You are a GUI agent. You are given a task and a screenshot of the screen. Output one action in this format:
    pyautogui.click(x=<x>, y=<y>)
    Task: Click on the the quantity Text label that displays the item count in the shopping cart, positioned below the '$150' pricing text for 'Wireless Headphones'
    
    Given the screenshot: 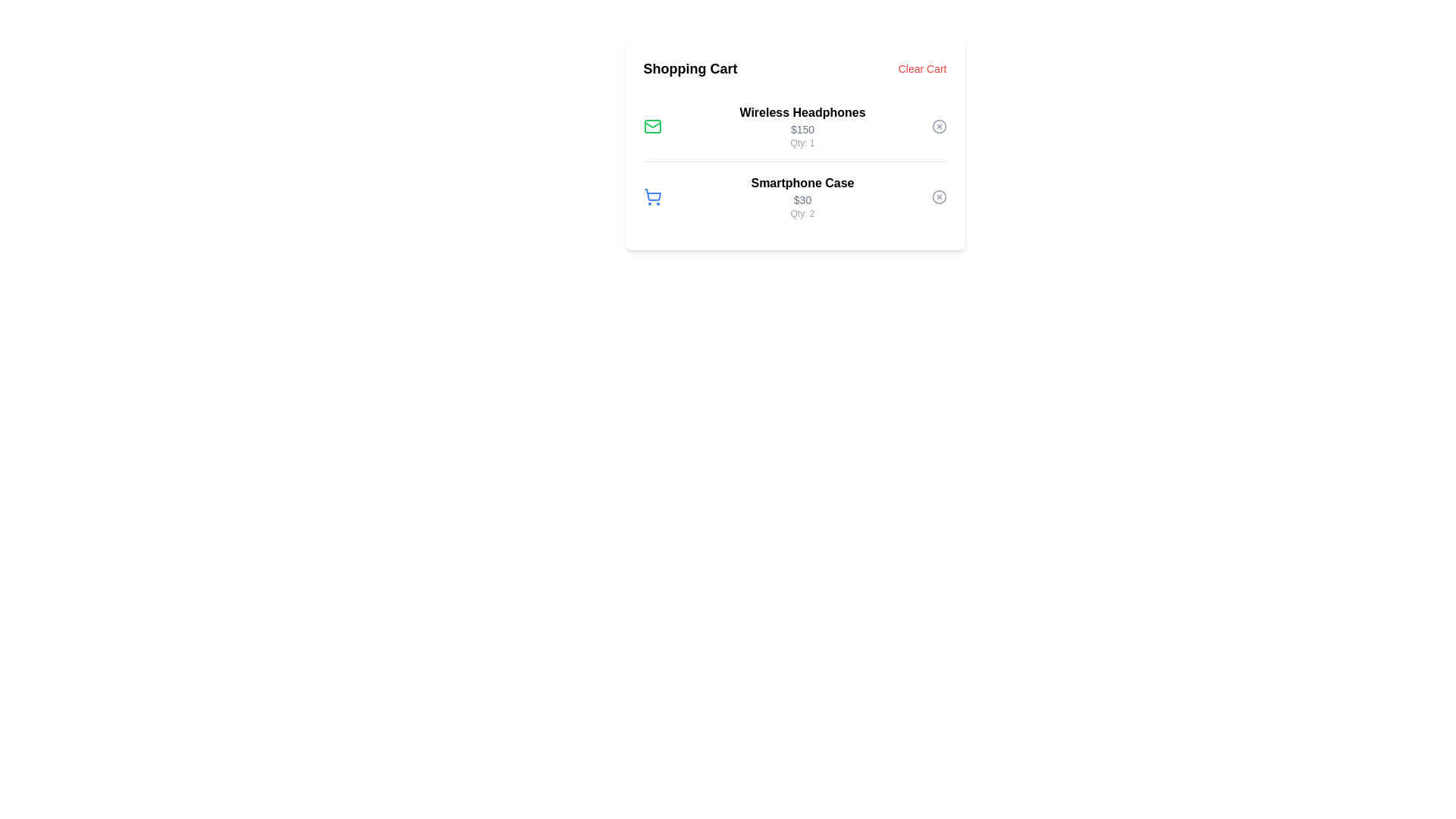 What is the action you would take?
    pyautogui.click(x=802, y=143)
    